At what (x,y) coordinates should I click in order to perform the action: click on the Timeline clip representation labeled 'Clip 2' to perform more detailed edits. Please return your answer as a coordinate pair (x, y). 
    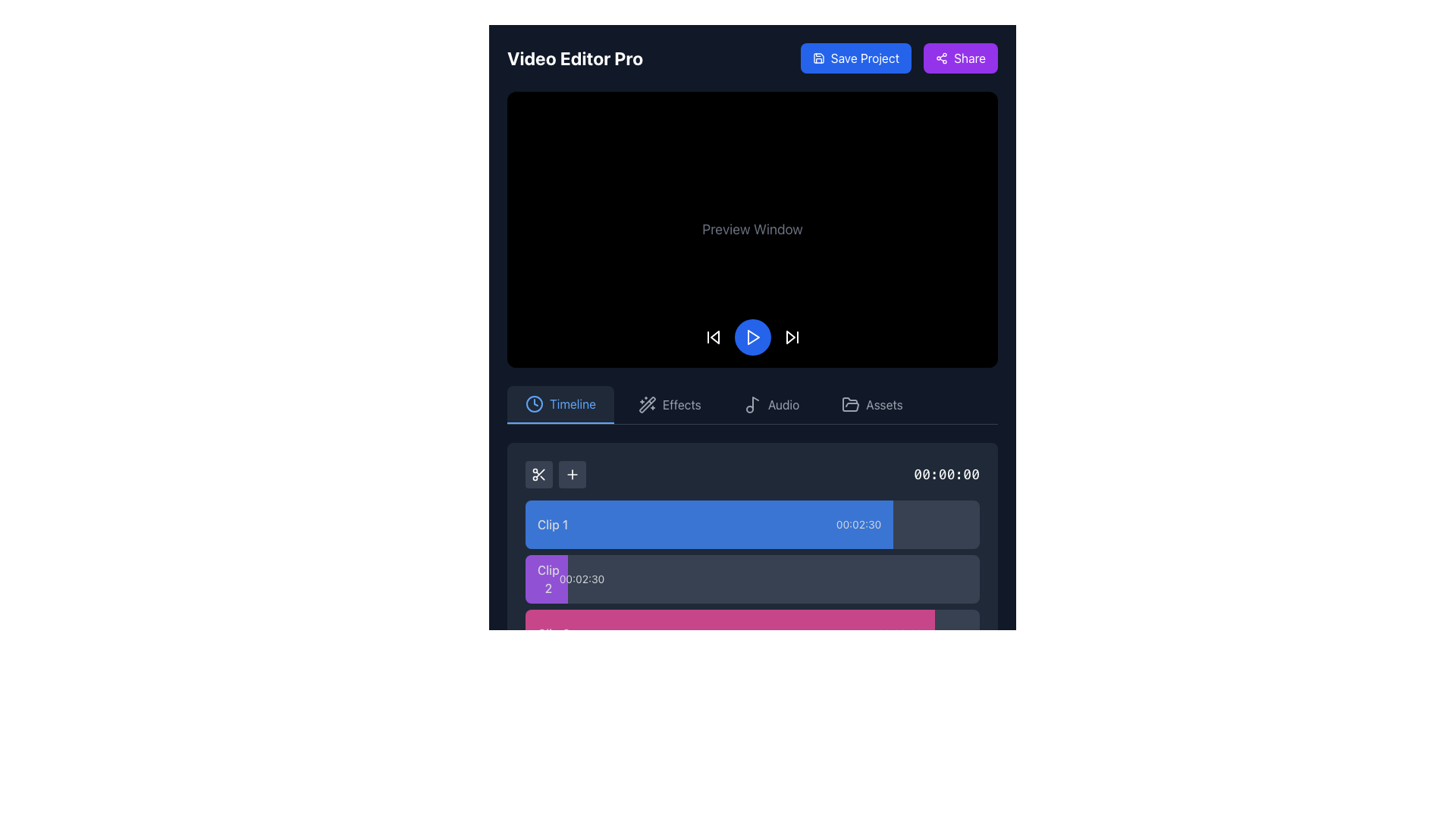
    Looking at the image, I should click on (546, 579).